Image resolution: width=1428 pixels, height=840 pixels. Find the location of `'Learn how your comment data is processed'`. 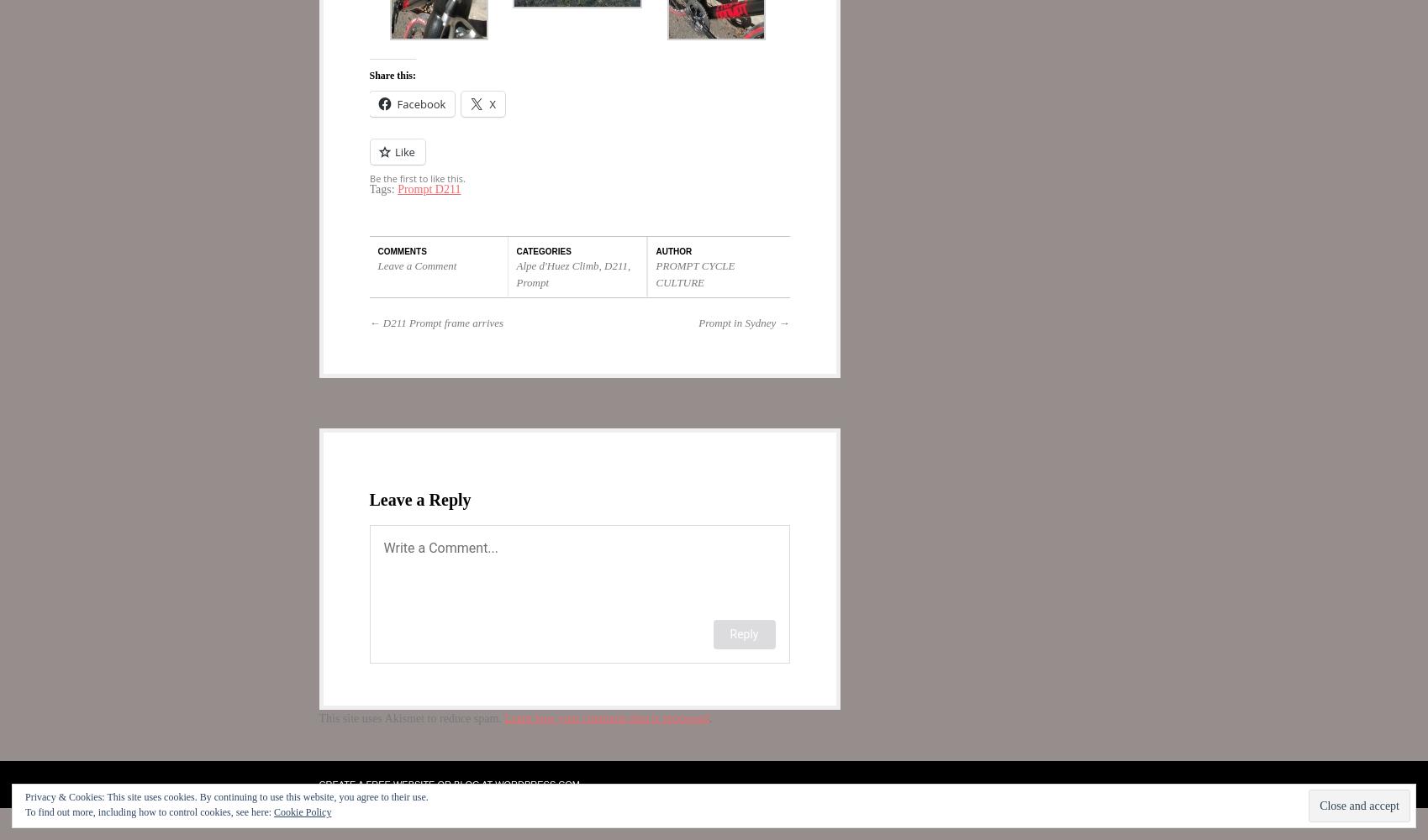

'Learn how your comment data is processed' is located at coordinates (503, 717).